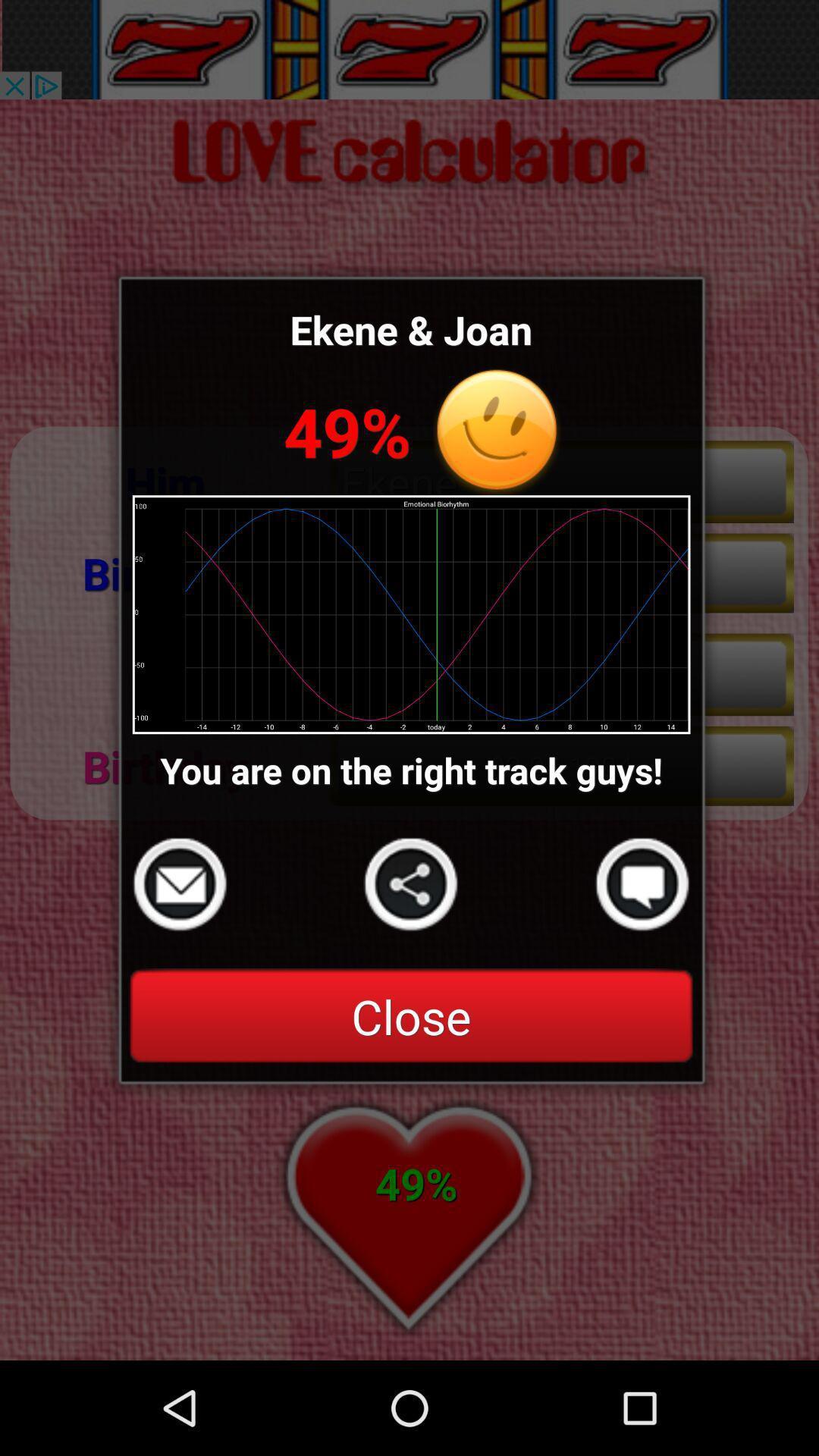  Describe the element at coordinates (179, 884) in the screenshot. I see `send a message` at that location.